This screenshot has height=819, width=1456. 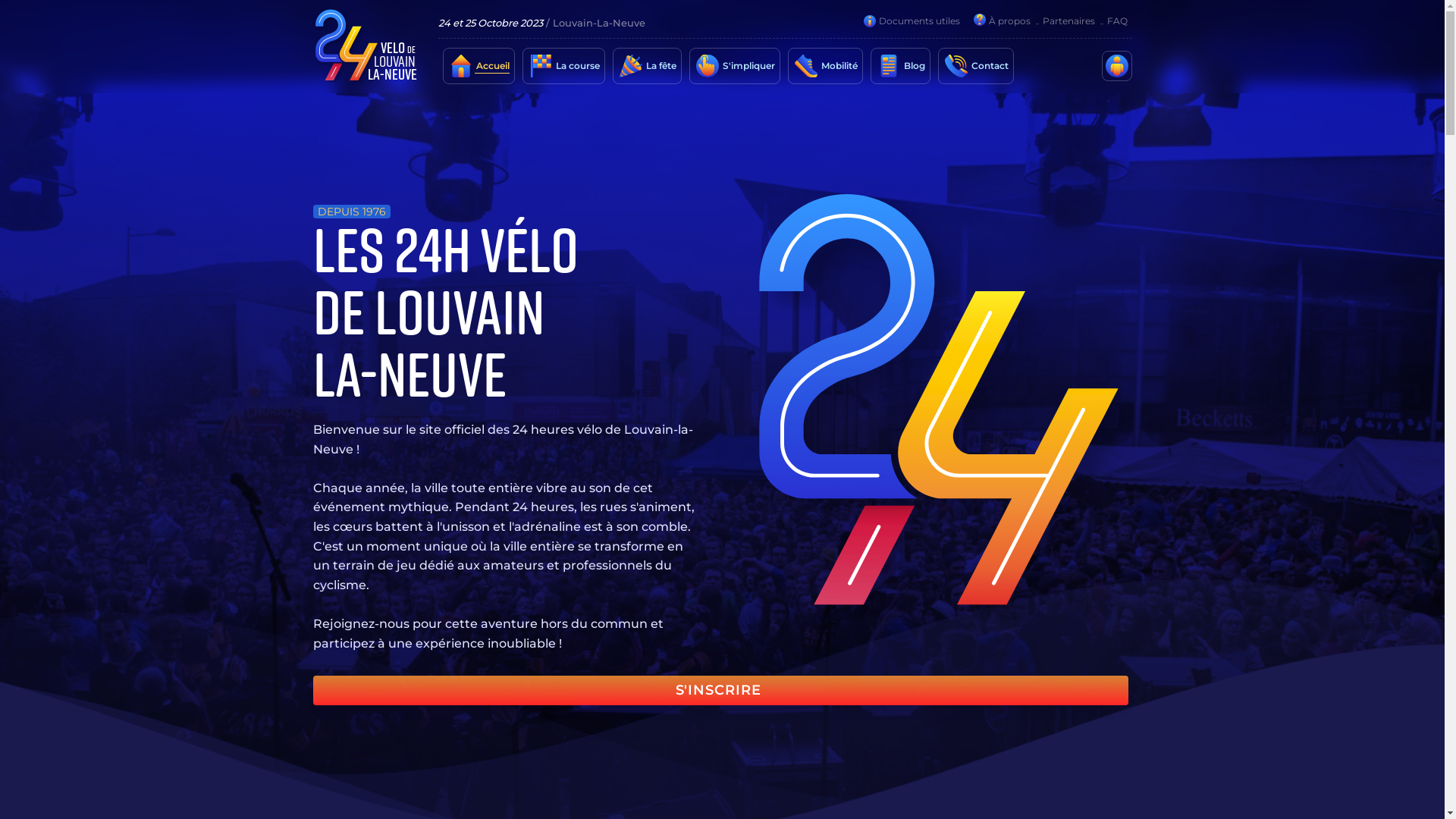 What do you see at coordinates (747, 65) in the screenshot?
I see `'S'impliquer'` at bounding box center [747, 65].